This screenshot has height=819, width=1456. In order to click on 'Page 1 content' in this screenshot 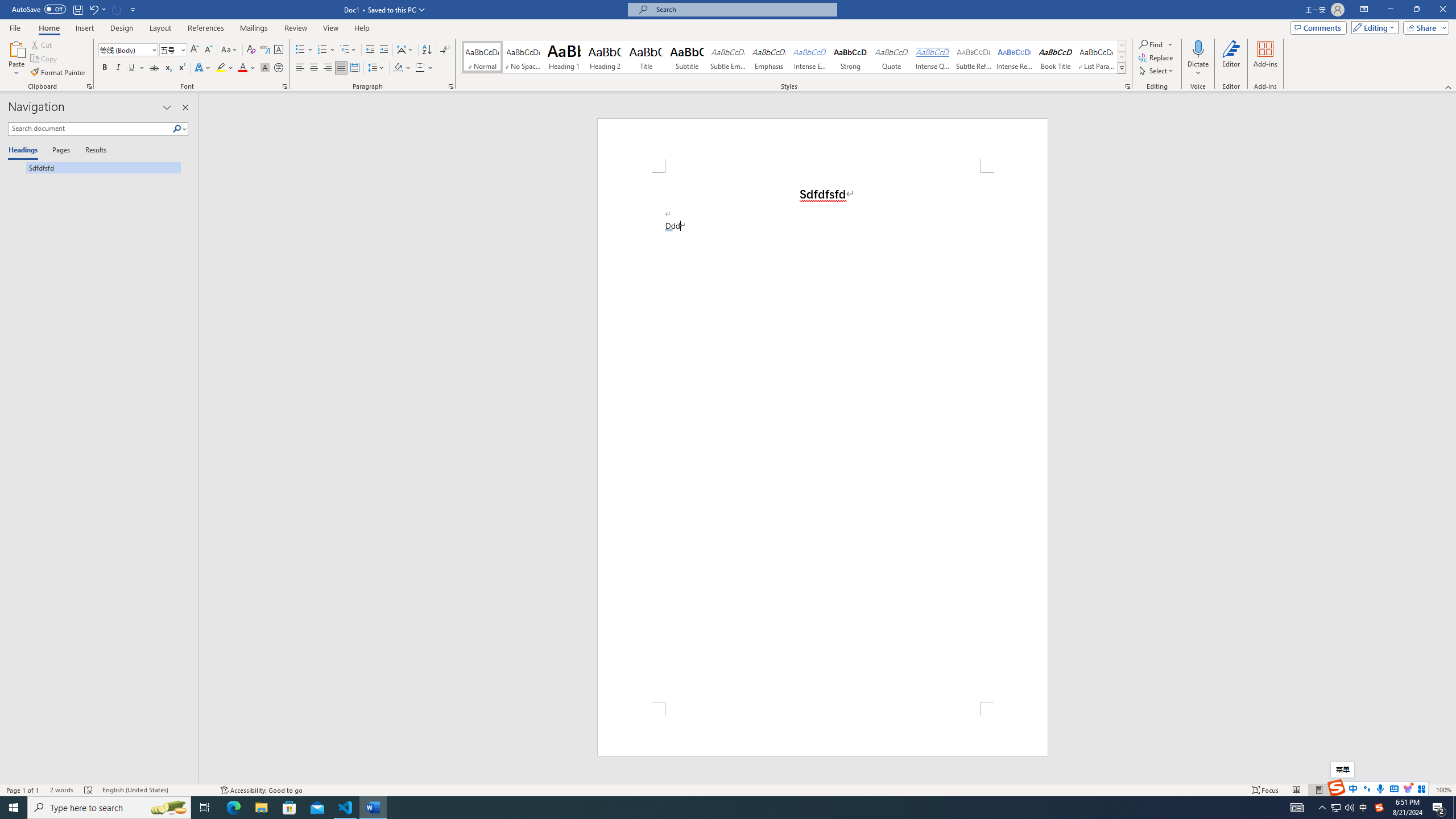, I will do `click(822, 436)`.